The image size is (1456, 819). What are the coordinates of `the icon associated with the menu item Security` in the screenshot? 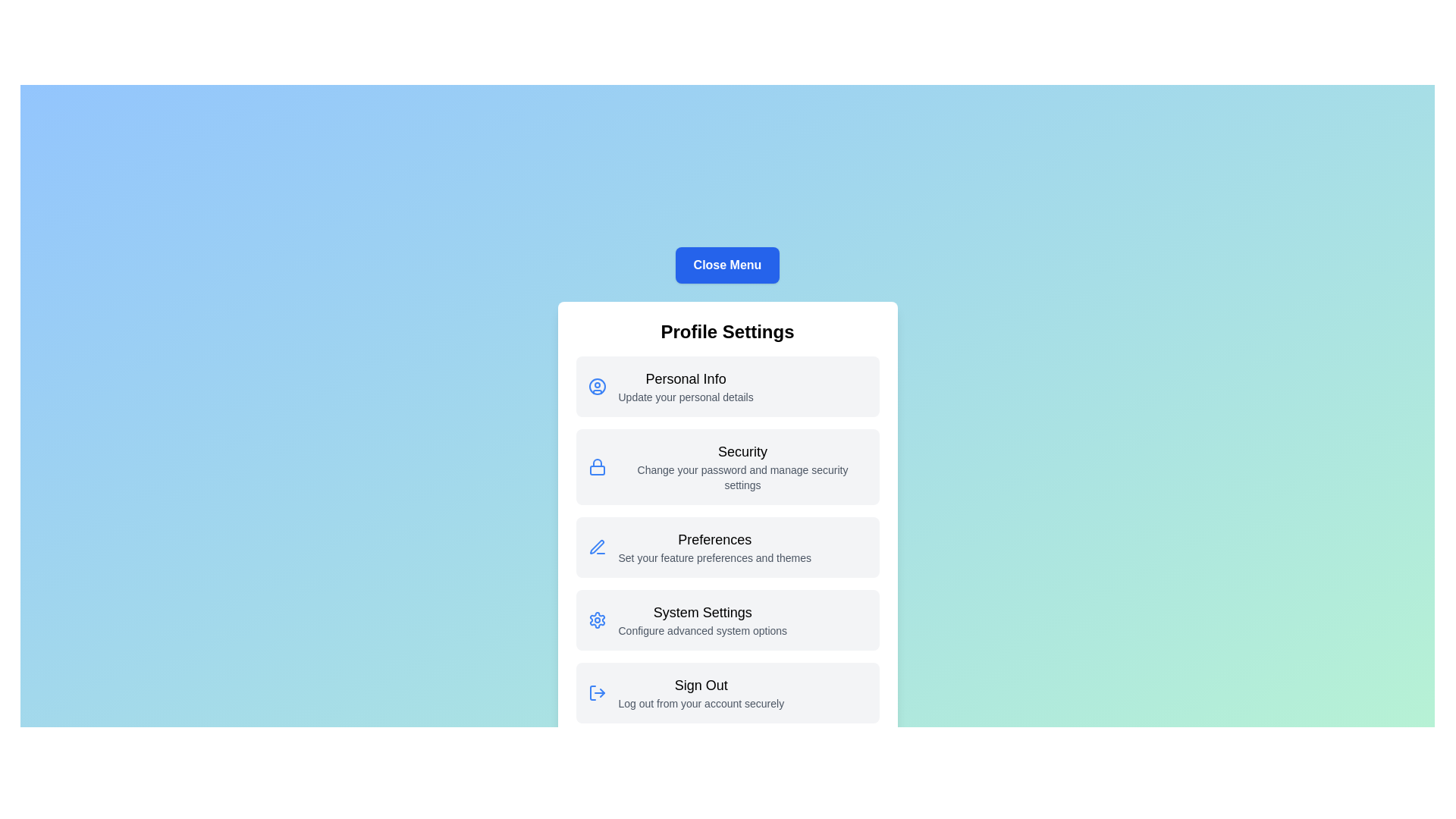 It's located at (596, 466).